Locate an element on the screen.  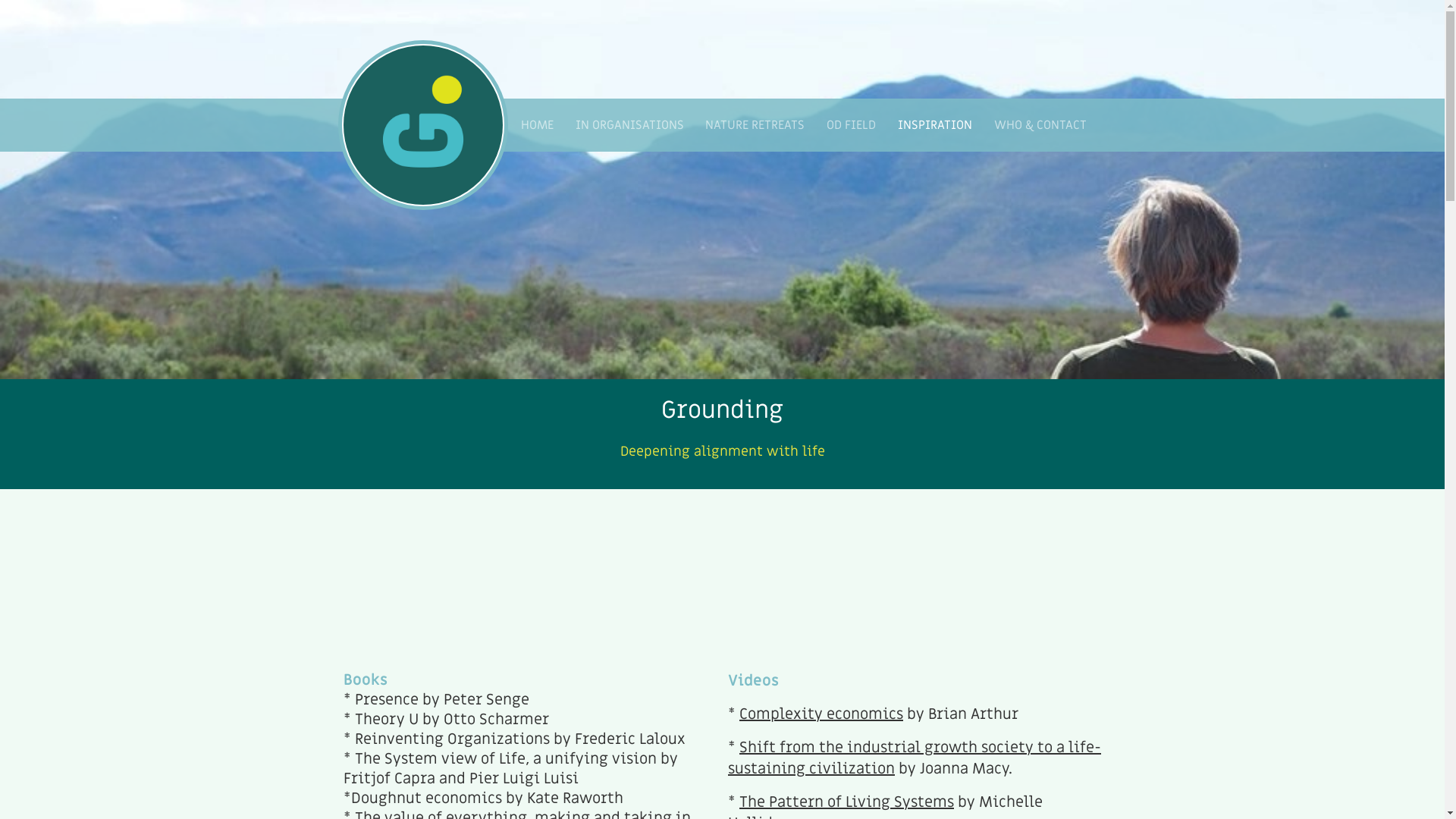
'INSPIRATION' is located at coordinates (934, 124).